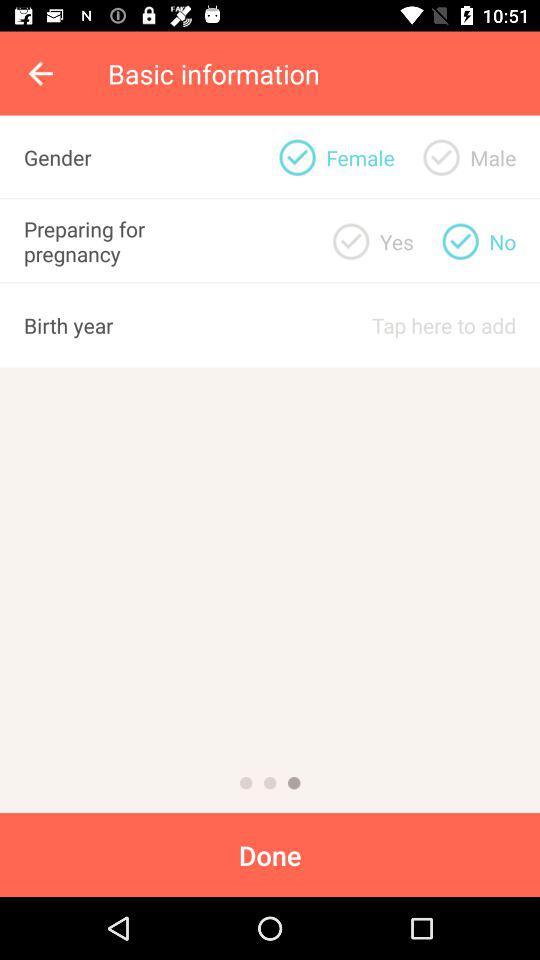  What do you see at coordinates (296, 156) in the screenshot?
I see `the item next to the yes item` at bounding box center [296, 156].